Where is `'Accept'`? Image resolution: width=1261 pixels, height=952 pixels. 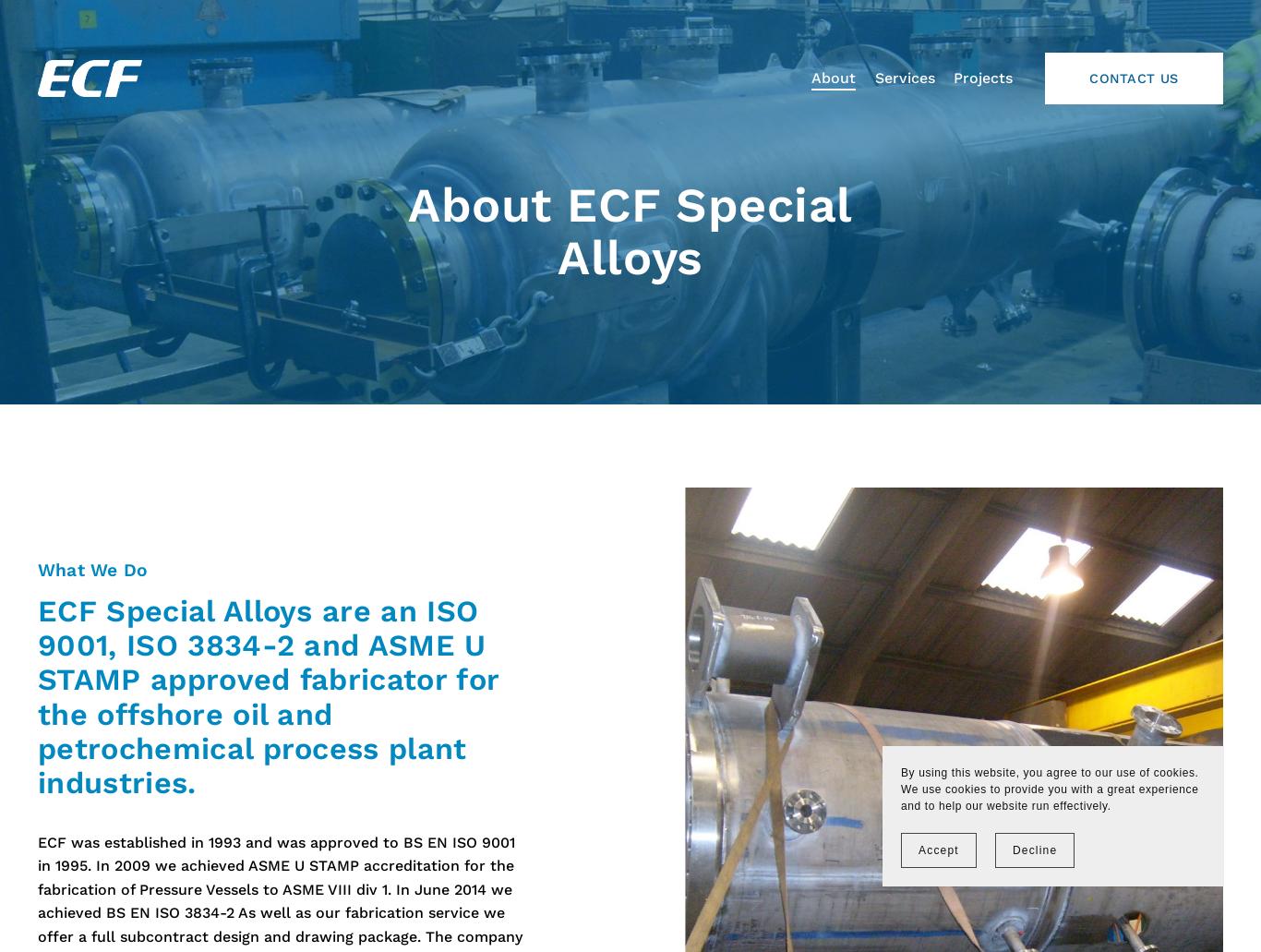
'Accept' is located at coordinates (938, 850).